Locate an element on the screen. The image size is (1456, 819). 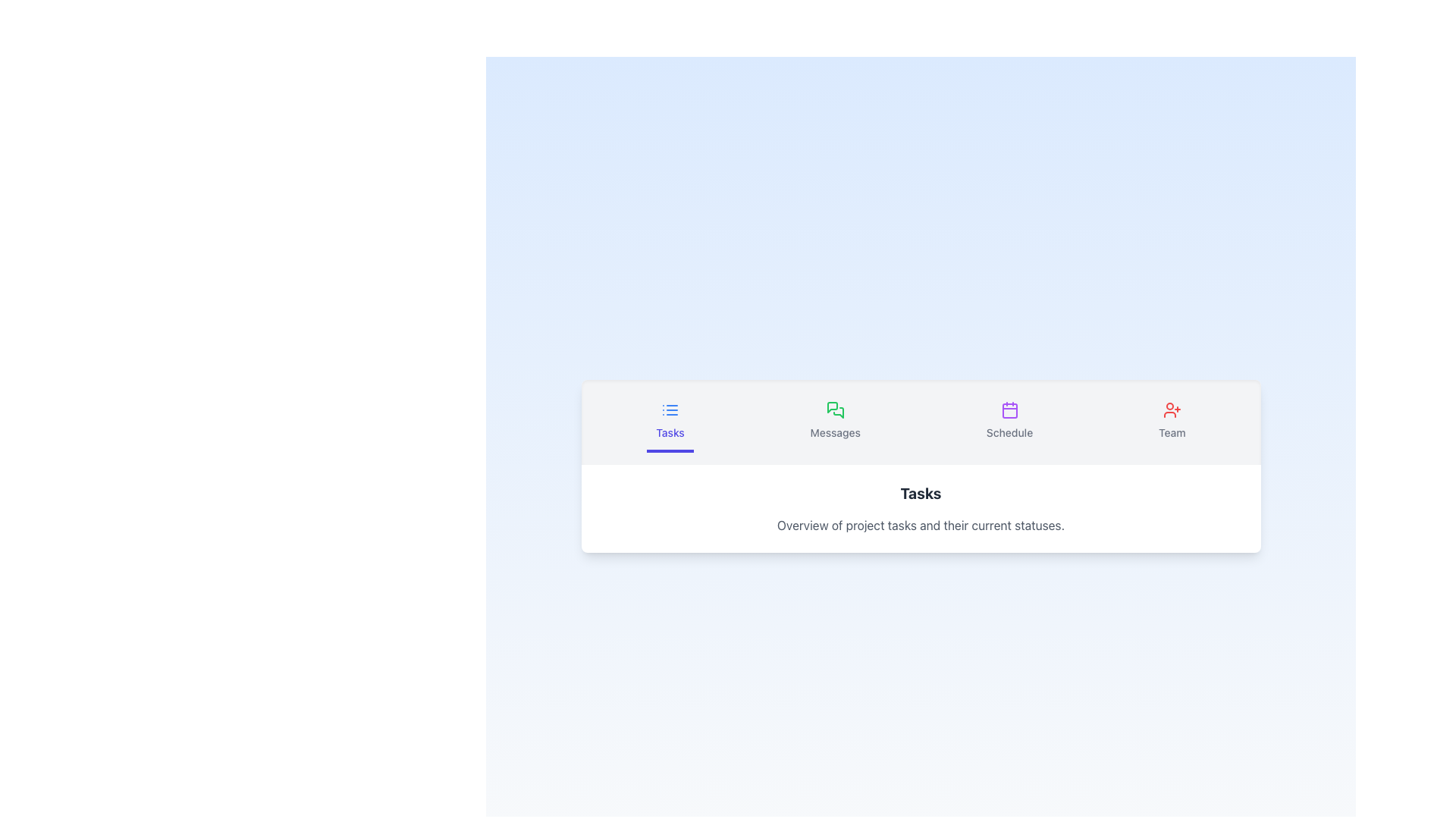
'Tasks' text label located below the checklist icon in the navigation bar, which serves as a descriptor for the 'Tasks' menu option is located at coordinates (670, 432).